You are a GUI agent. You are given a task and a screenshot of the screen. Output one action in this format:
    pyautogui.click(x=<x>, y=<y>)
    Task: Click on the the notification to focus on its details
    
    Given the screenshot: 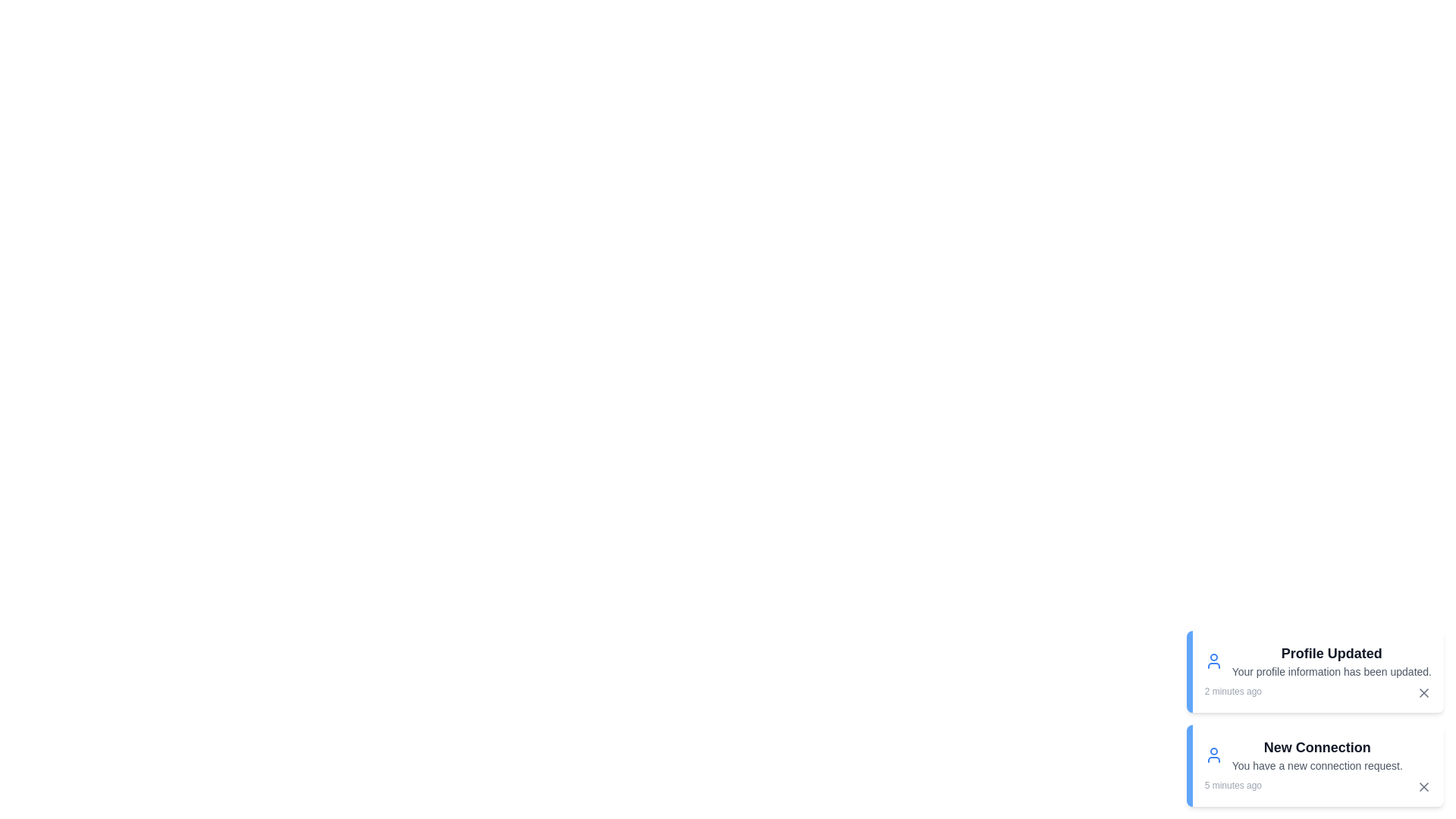 What is the action you would take?
    pyautogui.click(x=1313, y=671)
    